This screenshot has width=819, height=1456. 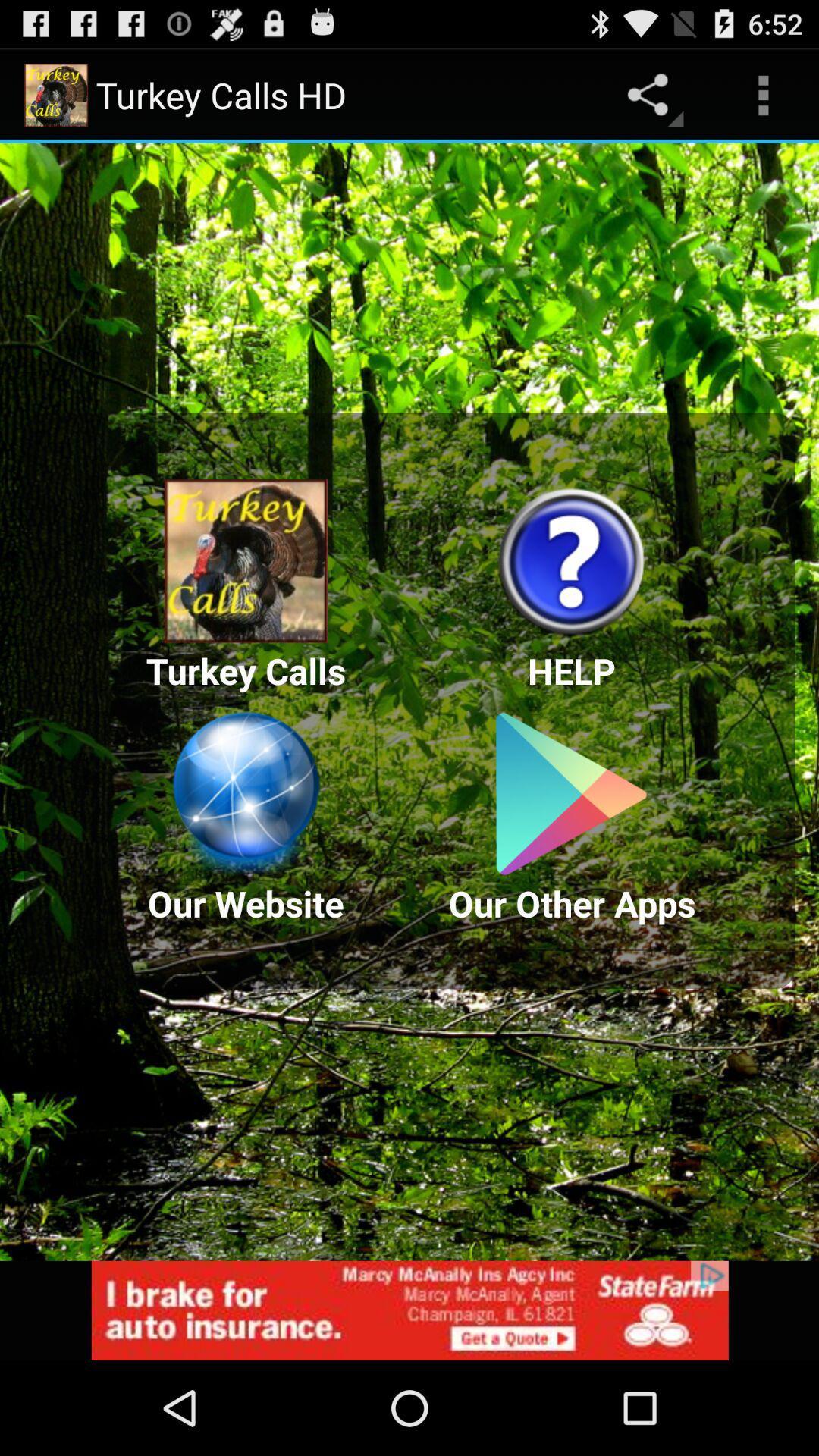 I want to click on advertisement, so click(x=409, y=1310).